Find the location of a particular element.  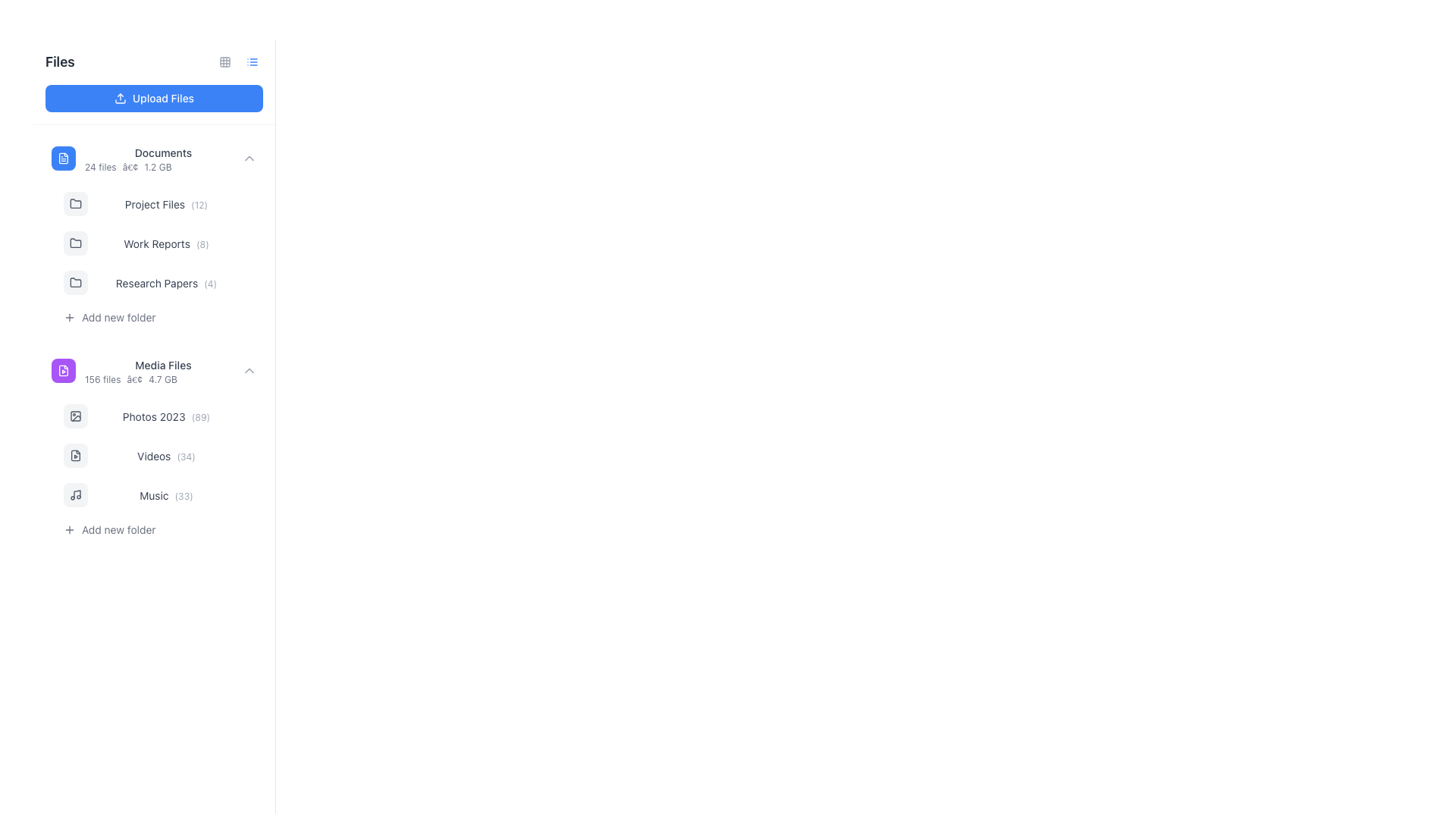

the 'Music' text label in the left-side navigation menu, located under the 'Media Files' section is located at coordinates (166, 494).